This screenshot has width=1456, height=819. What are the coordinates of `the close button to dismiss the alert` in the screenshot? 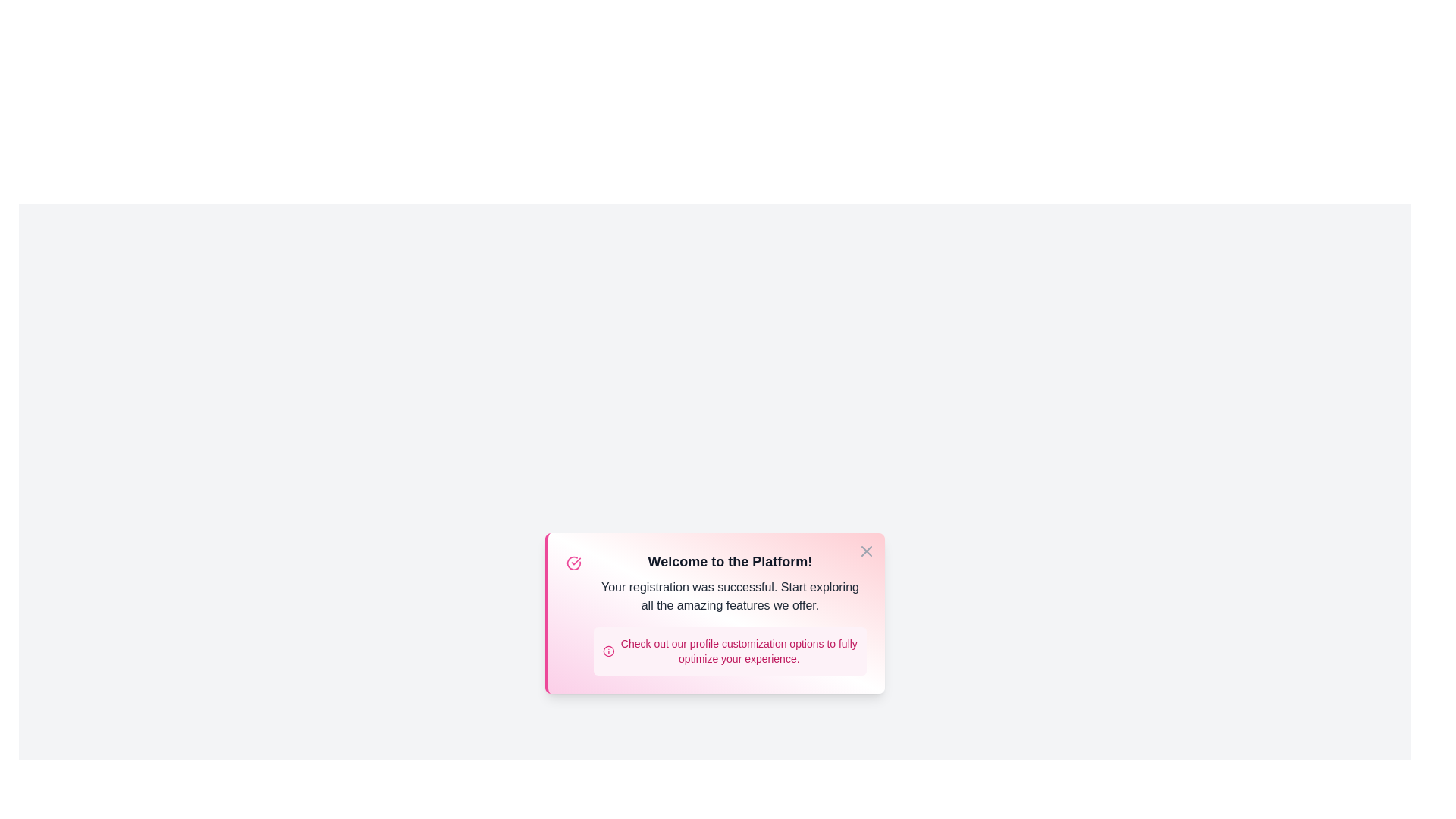 It's located at (866, 551).